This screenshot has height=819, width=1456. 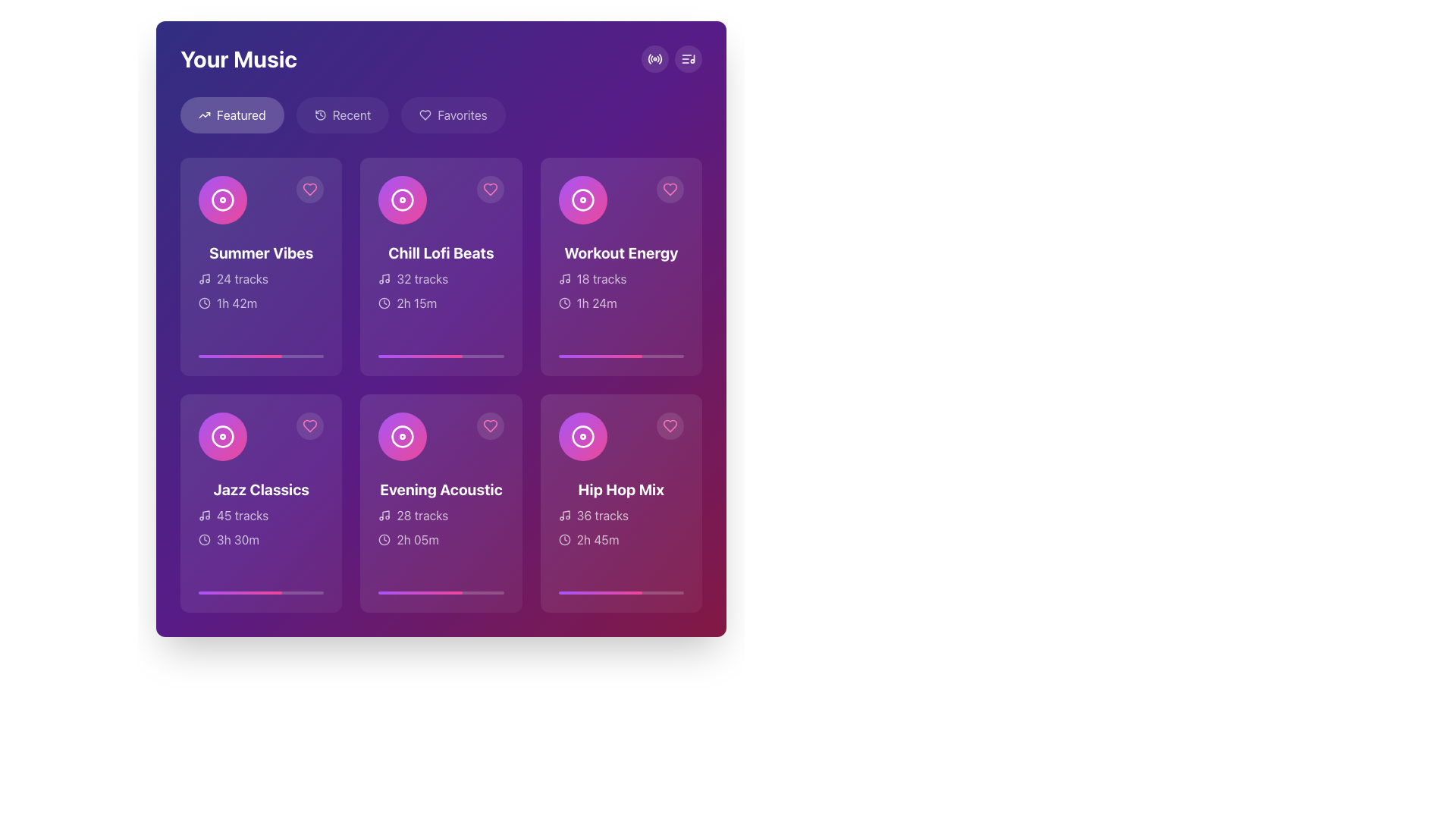 I want to click on the time indication icon located in the lower-left corner of the 'Jazz Classics' section, positioned to the left of the '3h 30m' text, so click(x=203, y=539).